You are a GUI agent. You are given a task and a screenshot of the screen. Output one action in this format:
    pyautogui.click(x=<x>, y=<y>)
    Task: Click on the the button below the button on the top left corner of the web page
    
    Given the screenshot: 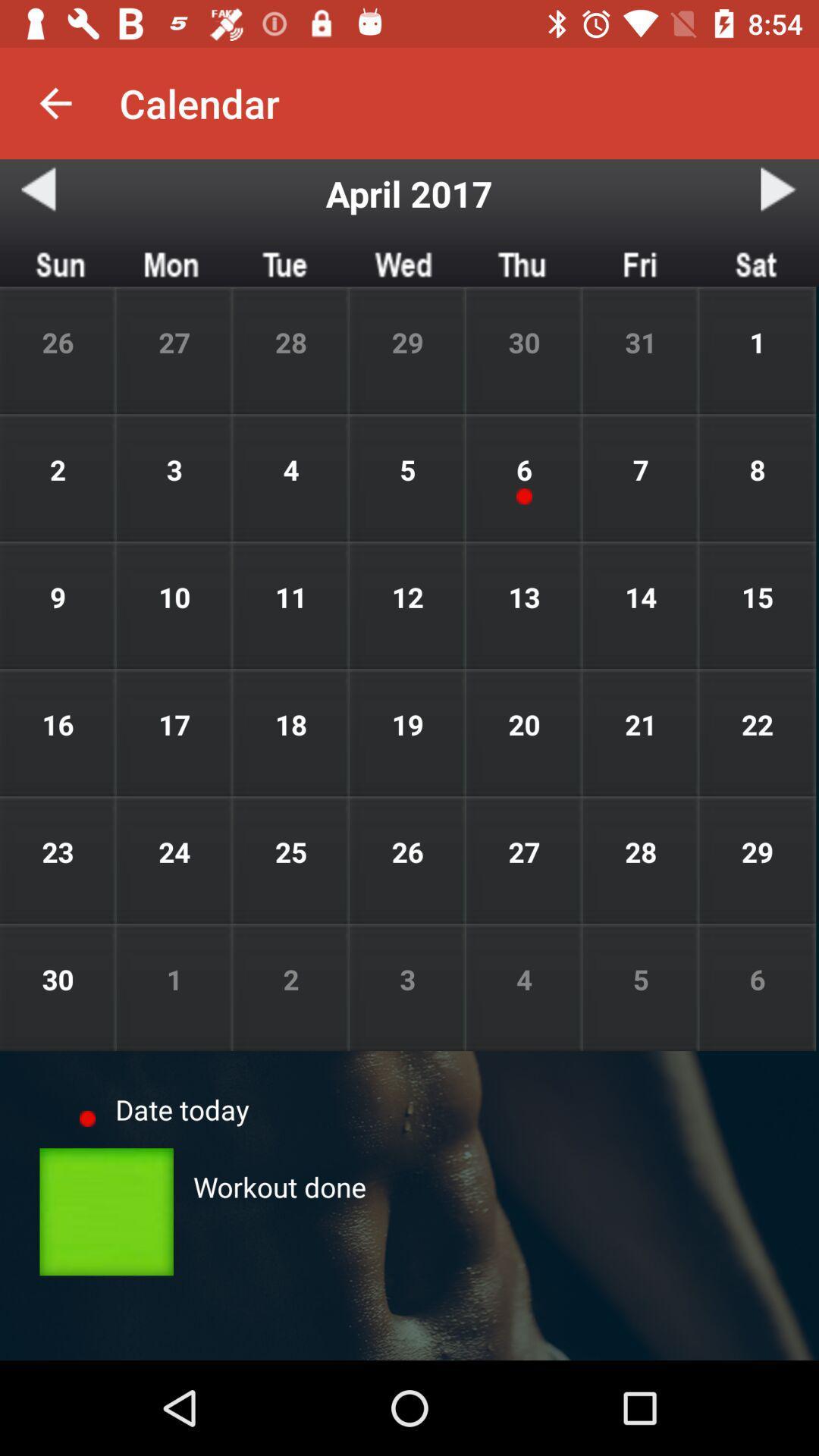 What is the action you would take?
    pyautogui.click(x=39, y=188)
    